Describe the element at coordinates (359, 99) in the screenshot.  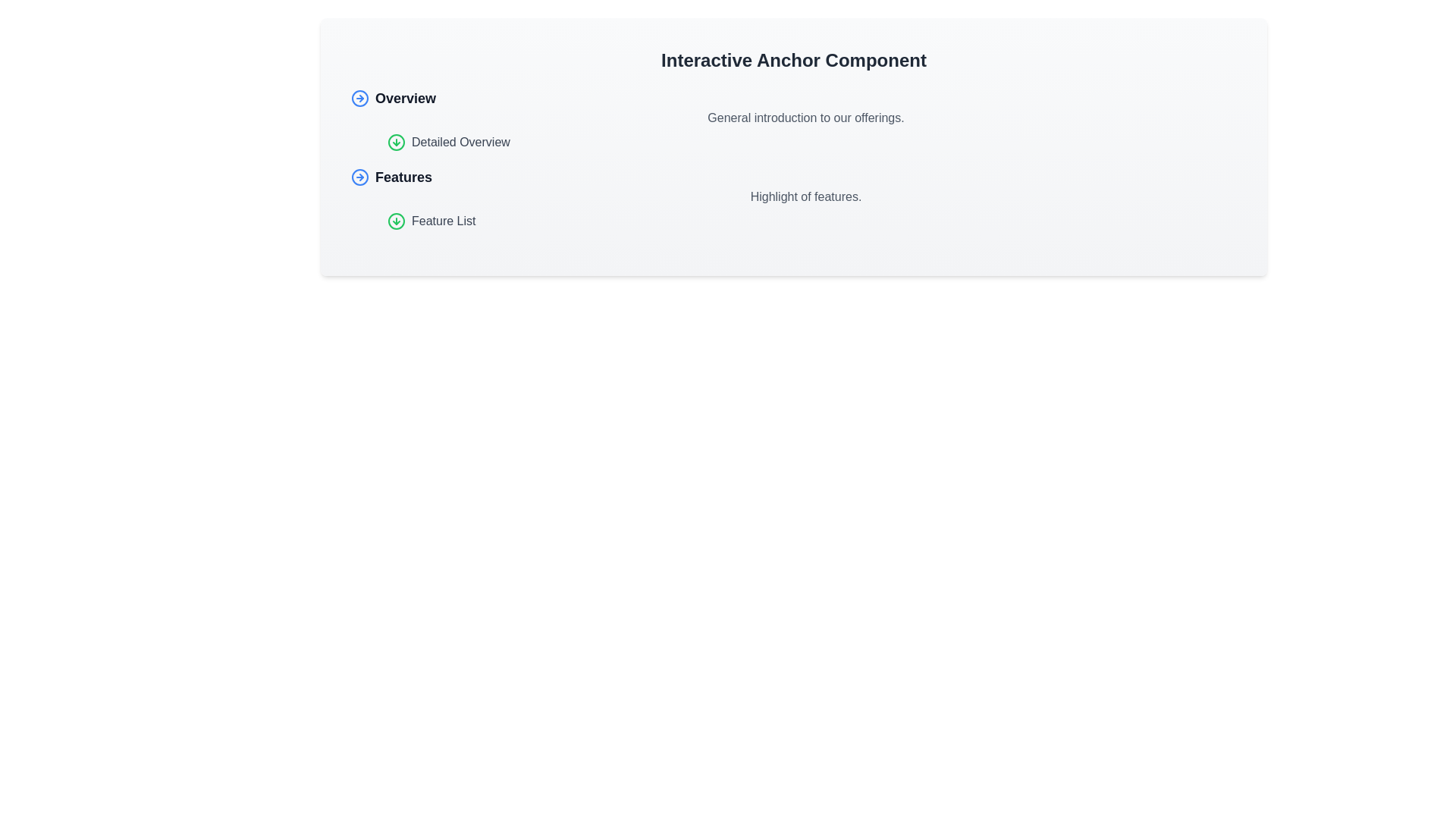
I see `the blue circular outline icon with a right-pointing arrow, located to the left of the 'Overview' text label` at that location.